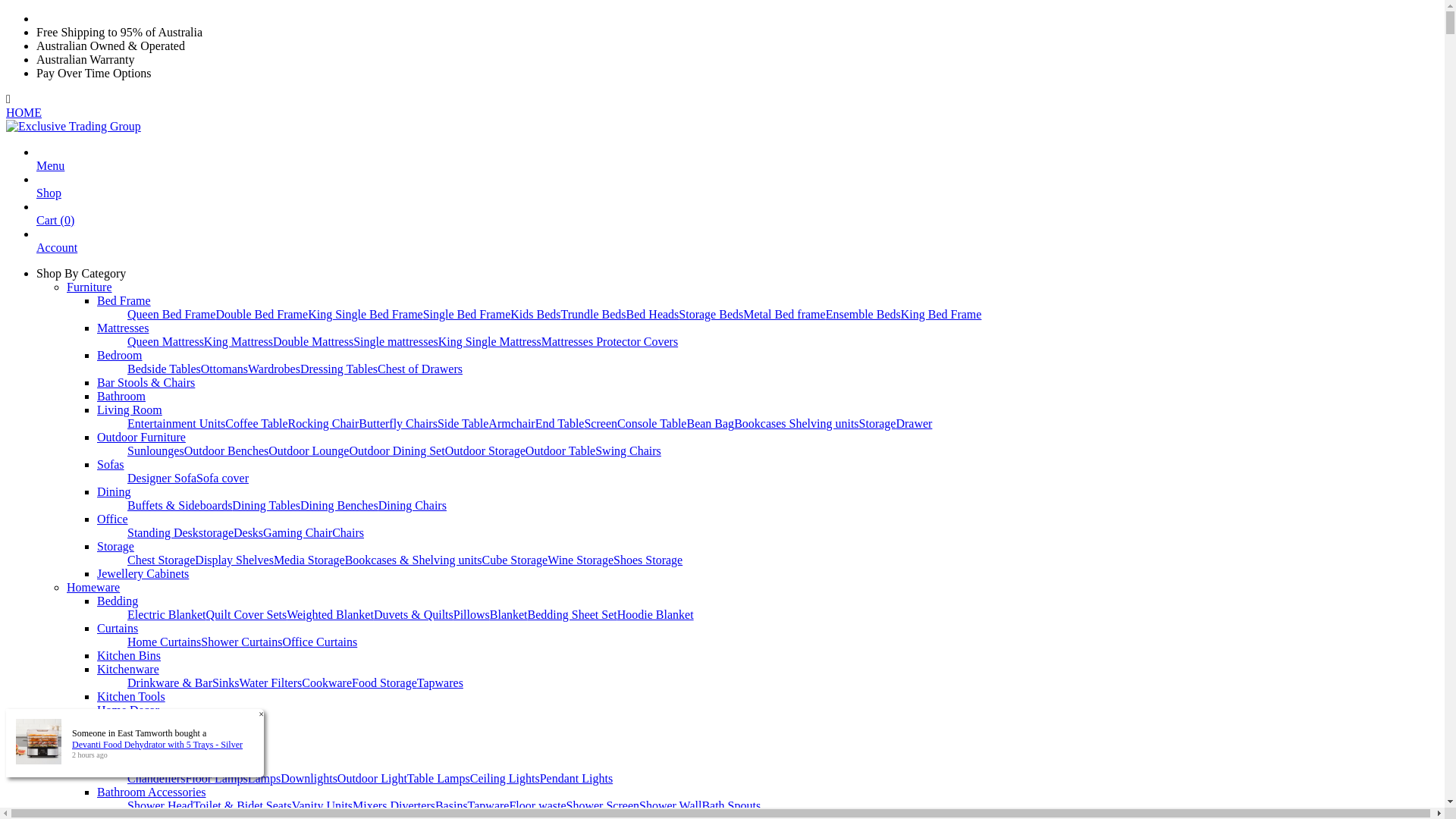  Describe the element at coordinates (396, 341) in the screenshot. I see `'Single mattresses'` at that location.